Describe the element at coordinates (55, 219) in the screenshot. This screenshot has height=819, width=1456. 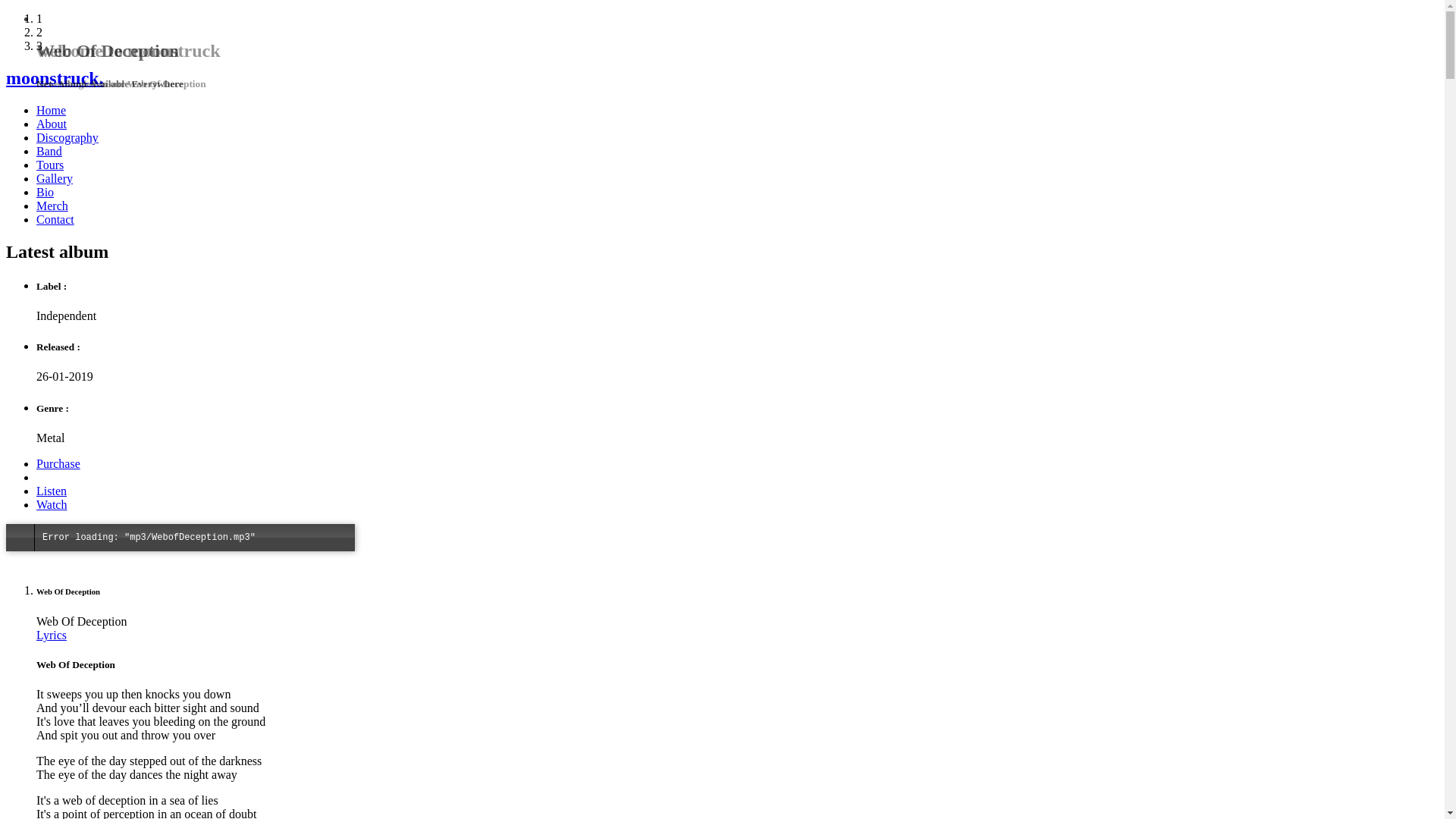
I see `'Contact'` at that location.